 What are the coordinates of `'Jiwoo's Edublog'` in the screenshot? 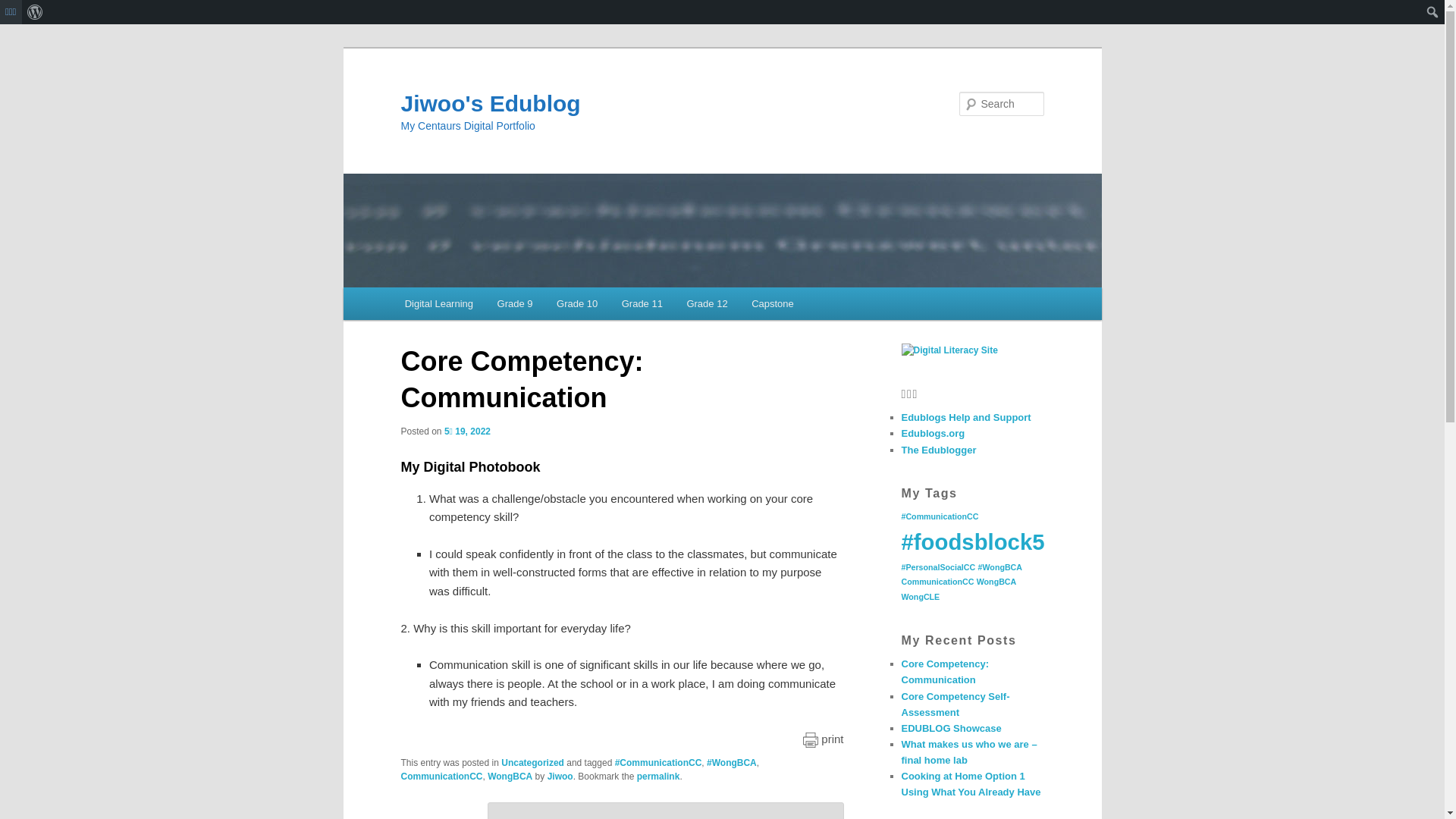 It's located at (490, 102).